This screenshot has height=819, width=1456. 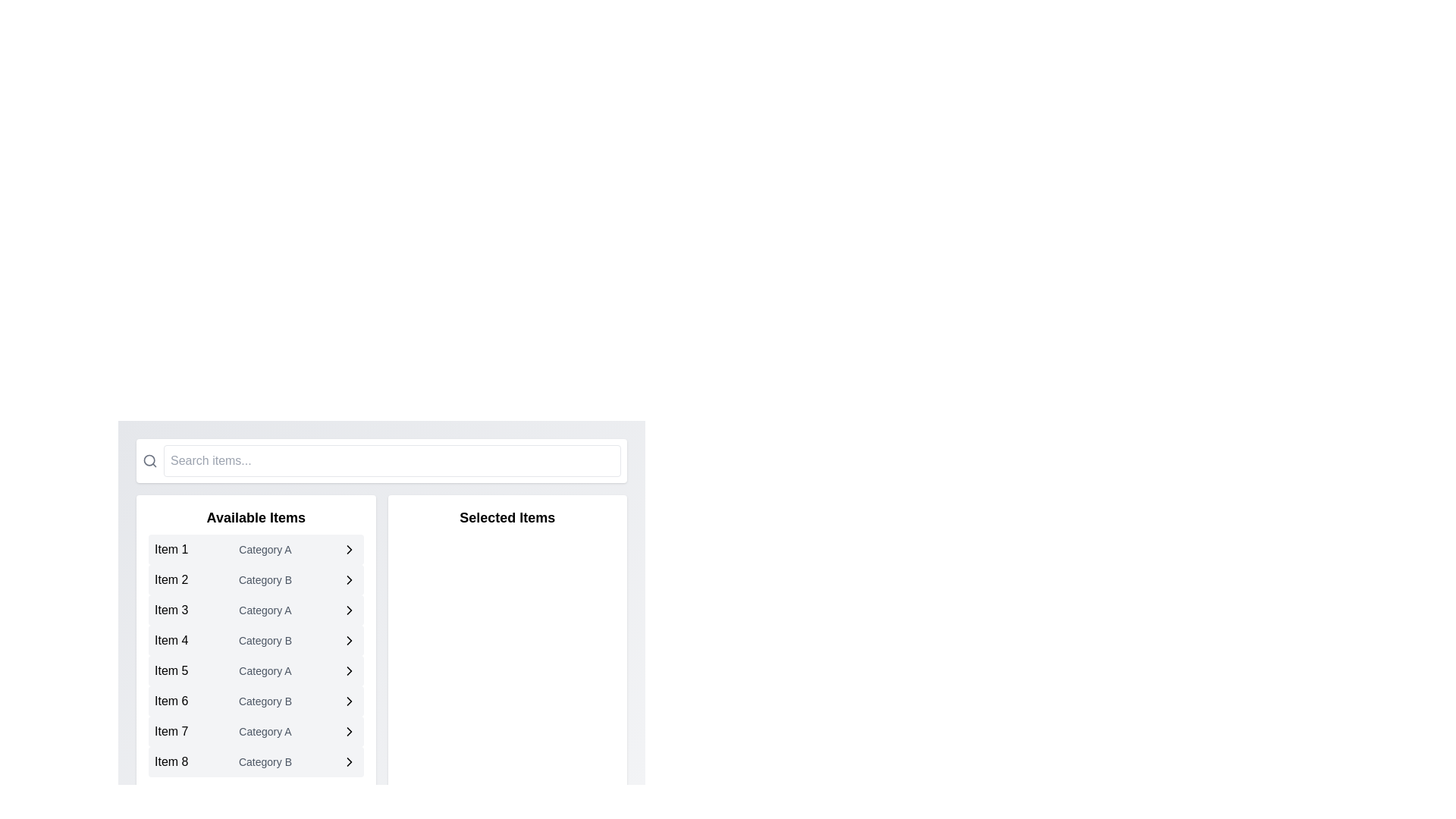 I want to click on the text label 'Item 4' to interact with nearby elements in its row, which includes 'Category B' and an arrow icon, so click(x=171, y=640).